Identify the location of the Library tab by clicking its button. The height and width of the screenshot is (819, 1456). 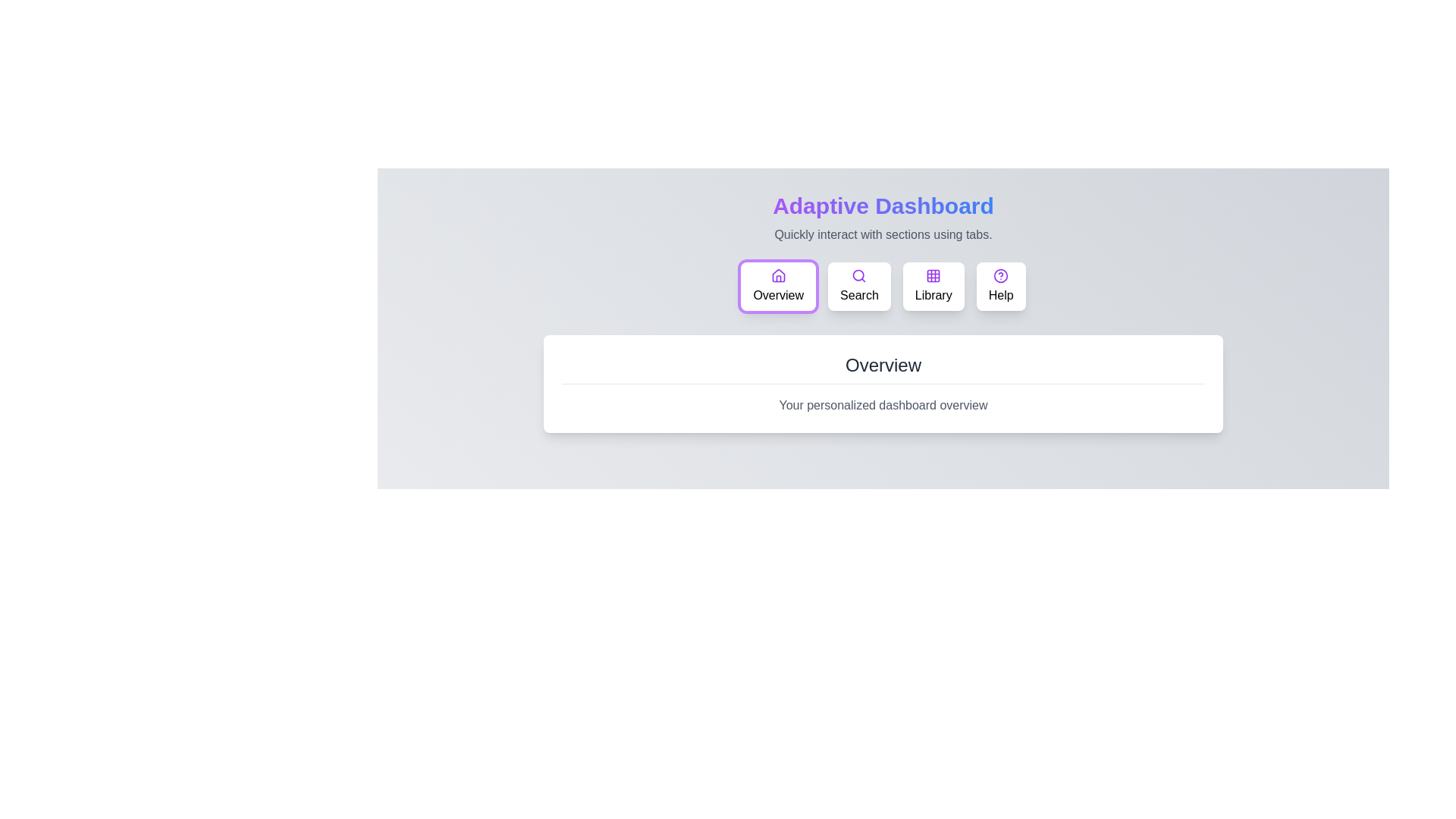
(933, 287).